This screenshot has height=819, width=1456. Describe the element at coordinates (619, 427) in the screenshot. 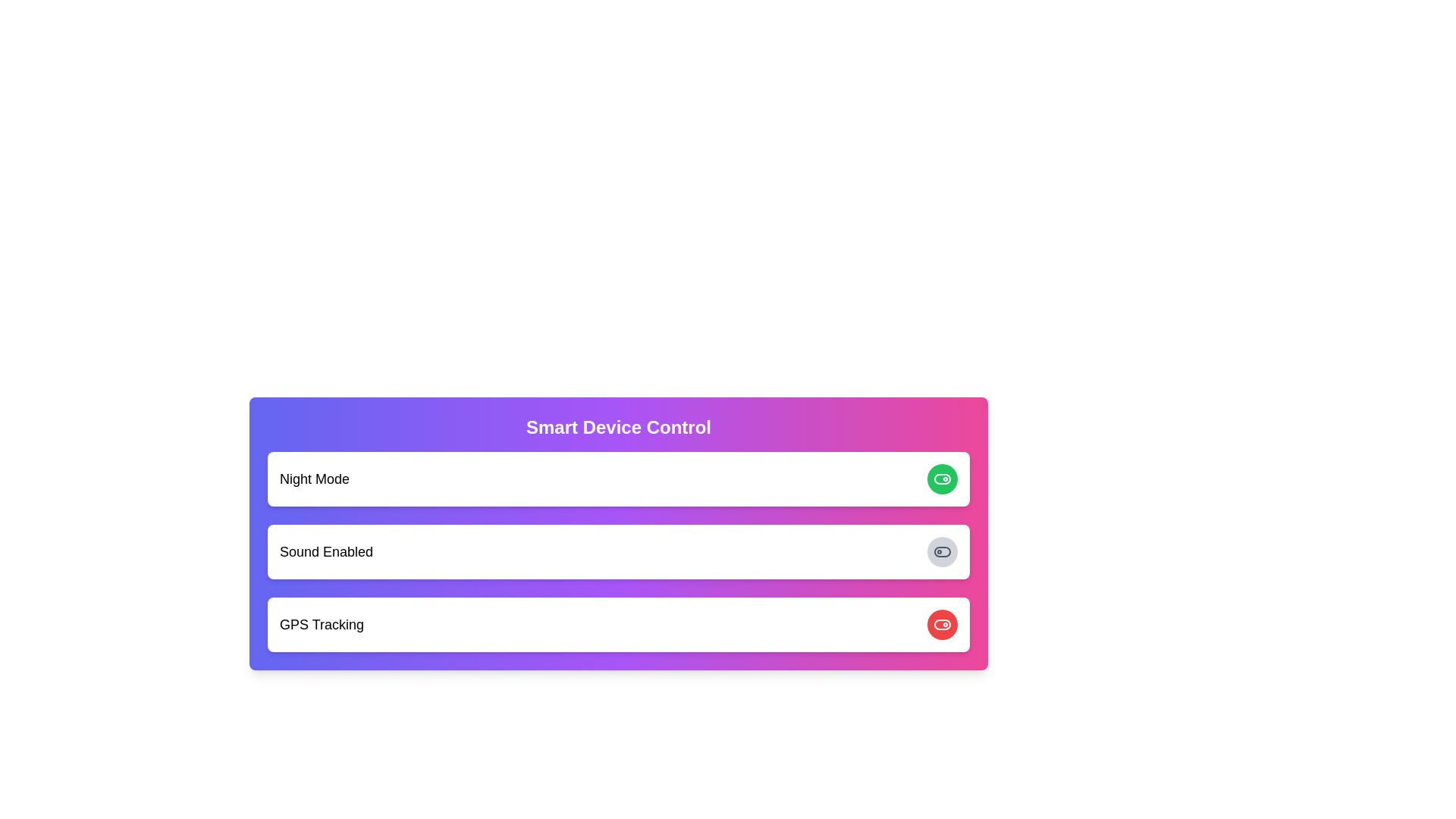

I see `the static text label 'Smart Device Control' which is styled with a bold font and is located at the top center of the gradient-colored header section` at that location.